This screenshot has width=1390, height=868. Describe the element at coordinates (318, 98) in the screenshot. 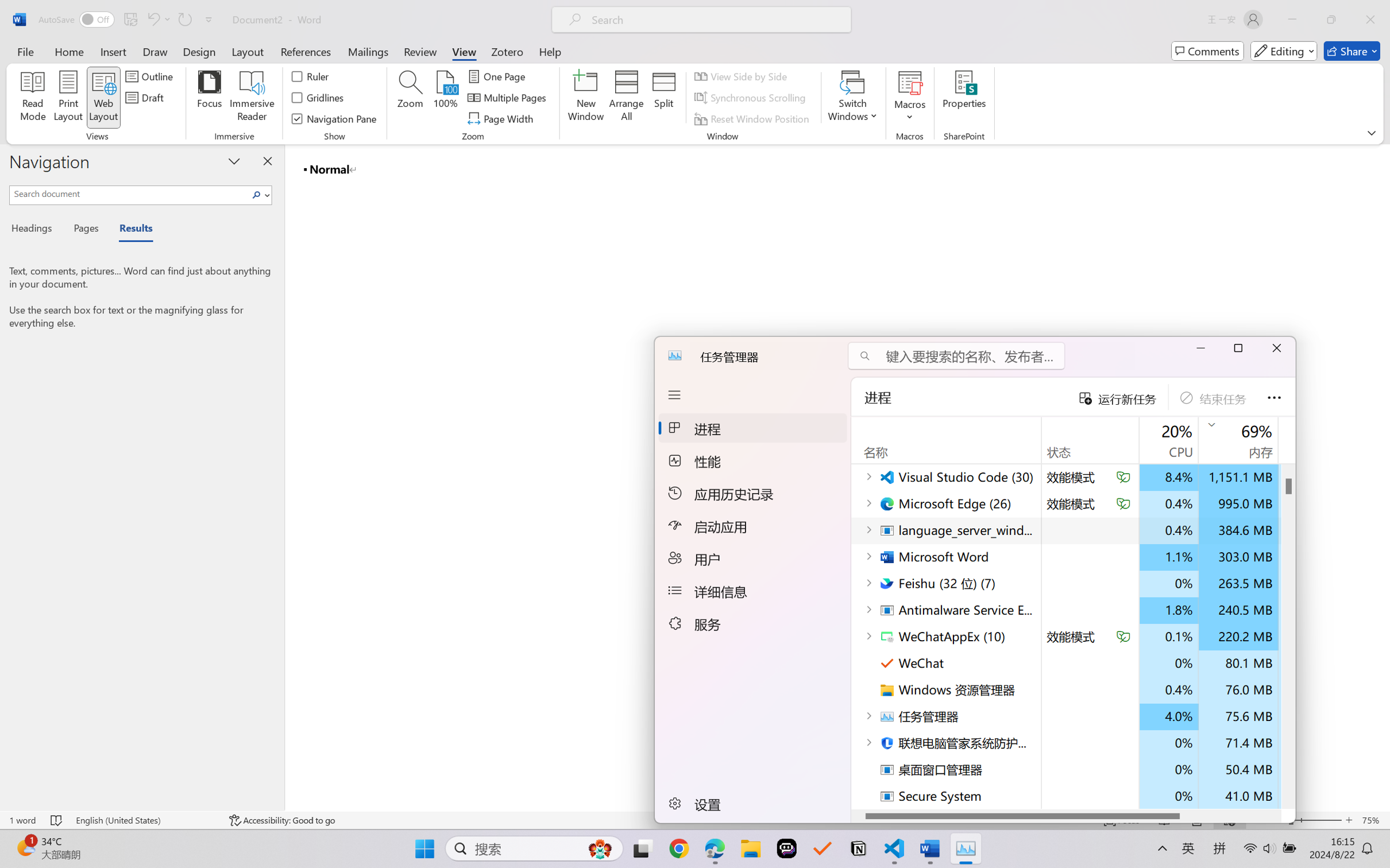

I see `'Gridlines'` at that location.